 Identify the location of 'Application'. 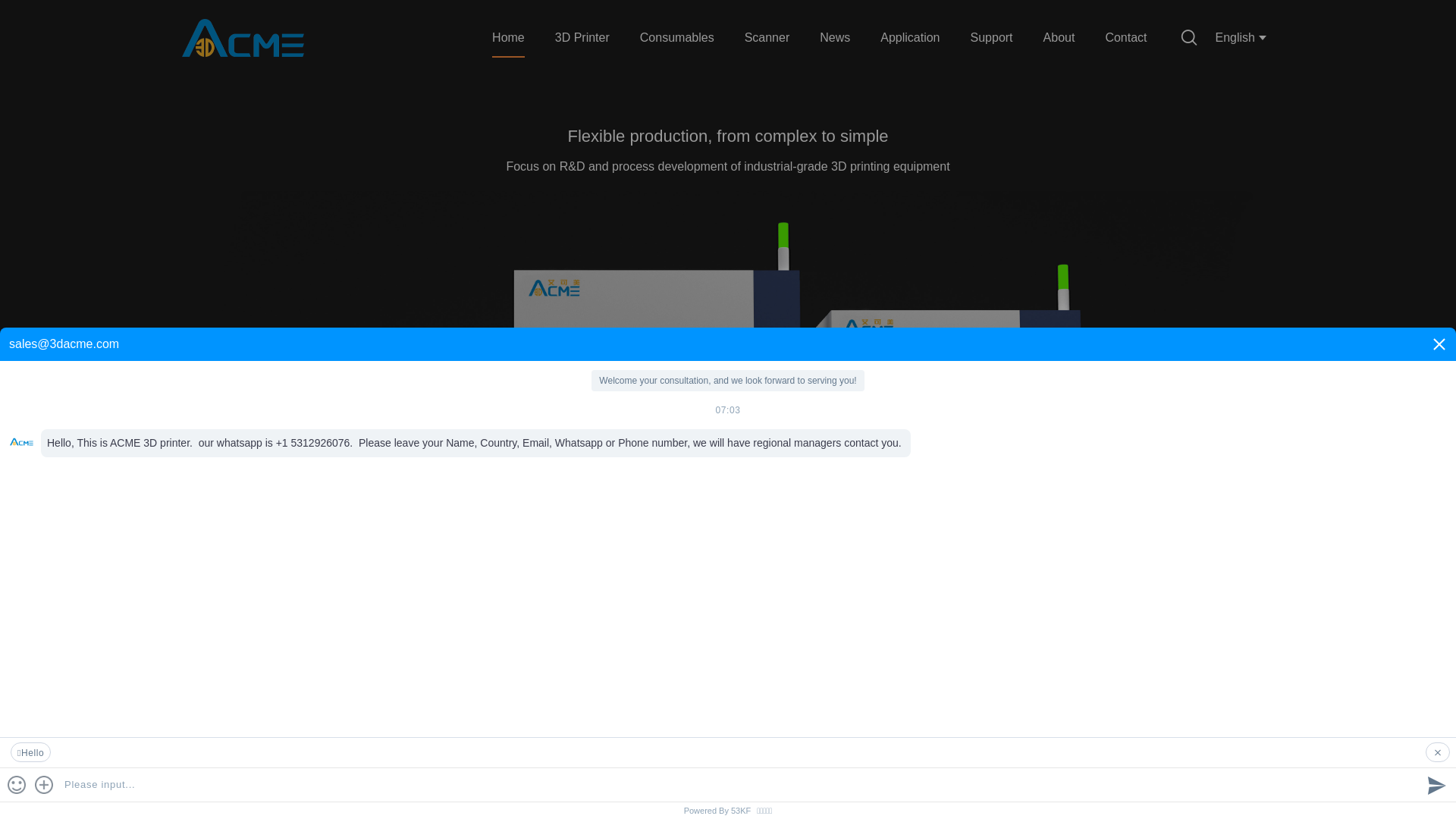
(865, 37).